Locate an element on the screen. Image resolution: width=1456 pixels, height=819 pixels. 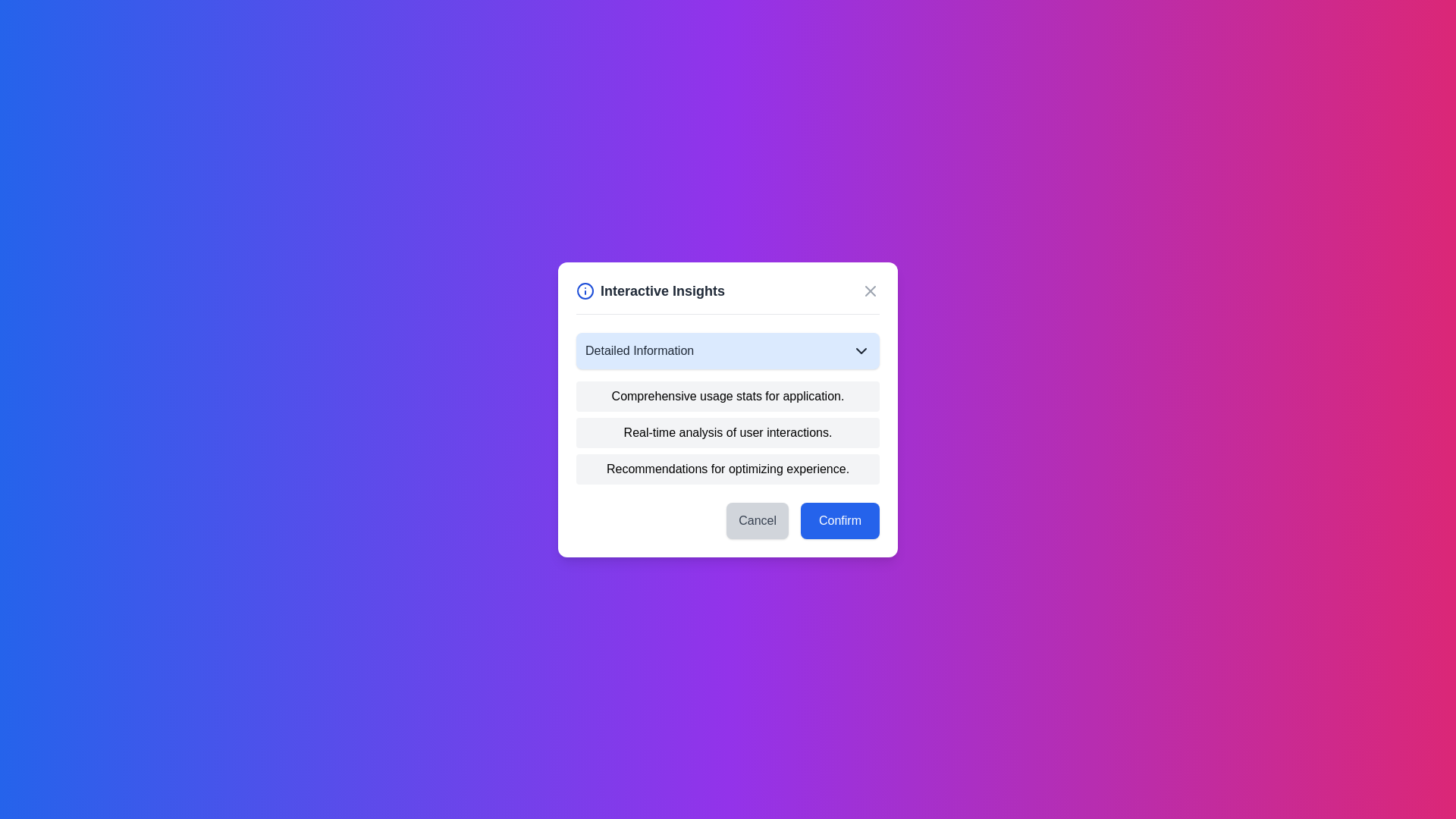
the text label that serves as the title of the modal, located at the top part of the centered modal dialog, to the right of the icon is located at coordinates (662, 290).